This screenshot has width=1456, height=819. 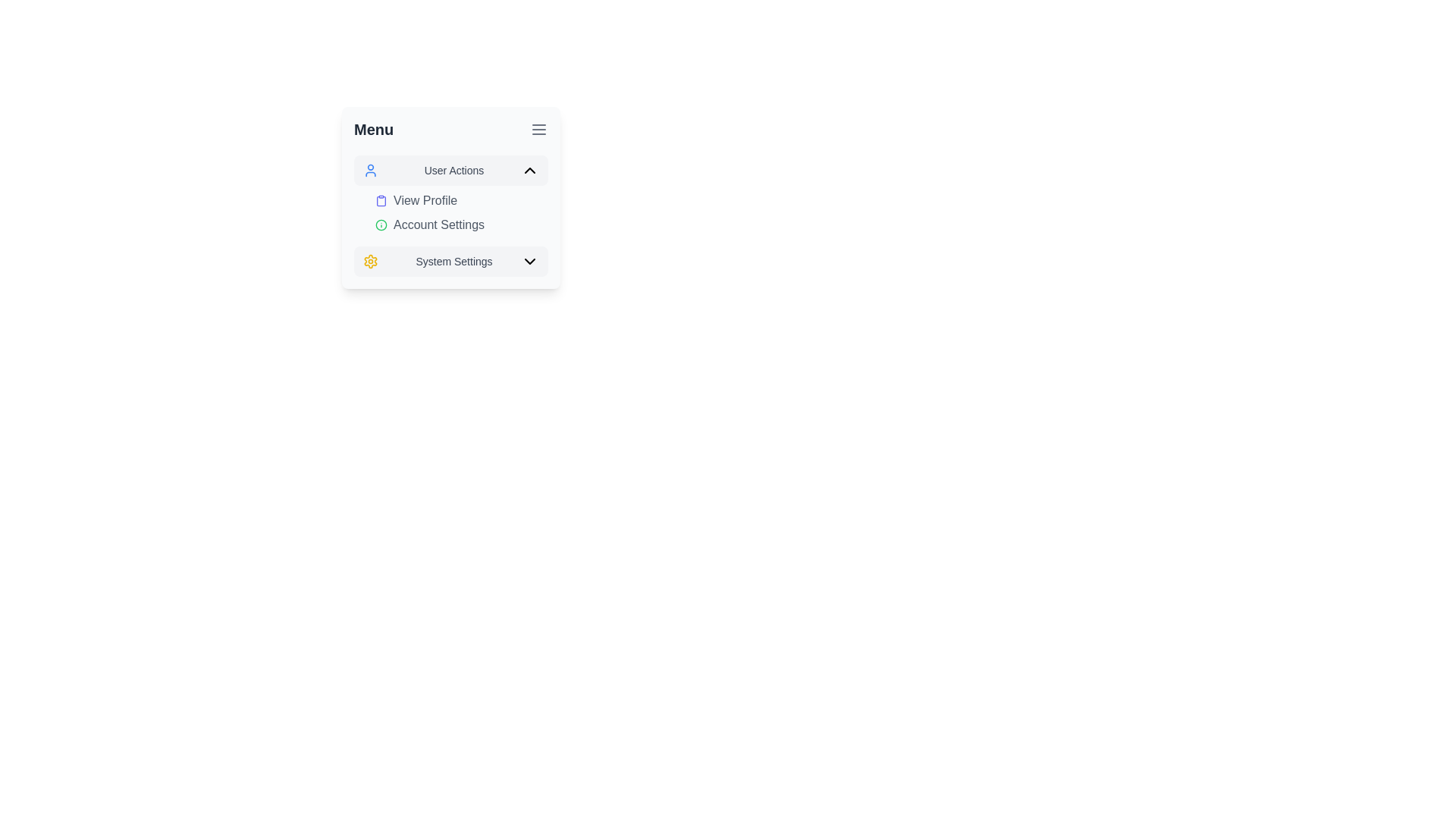 I want to click on the blue outlined user profile picture icon located within the 'User Actions' menu, positioned to the left of the text label 'User Actions', so click(x=371, y=170).